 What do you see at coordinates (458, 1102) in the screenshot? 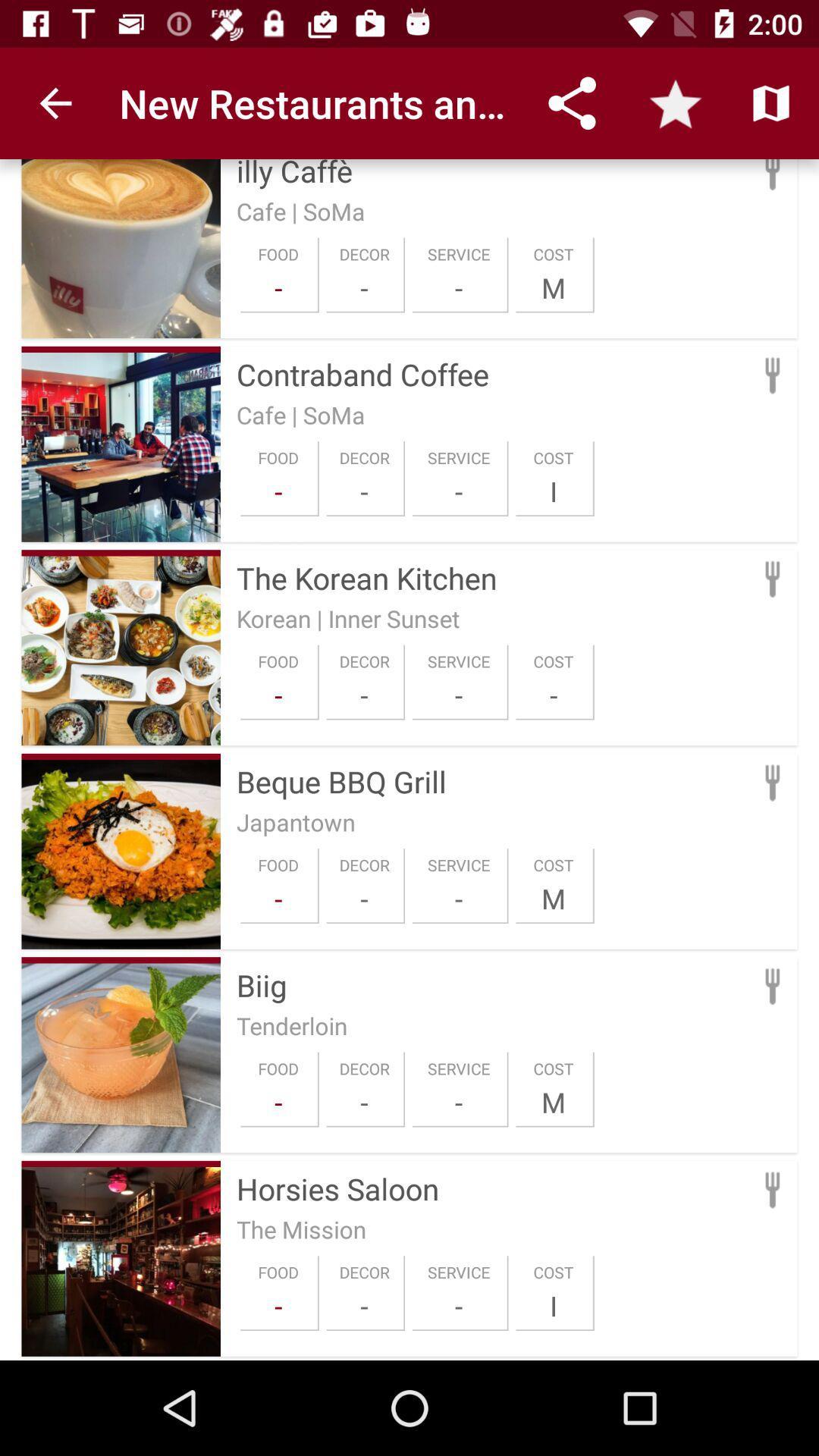
I see `item below the service item` at bounding box center [458, 1102].